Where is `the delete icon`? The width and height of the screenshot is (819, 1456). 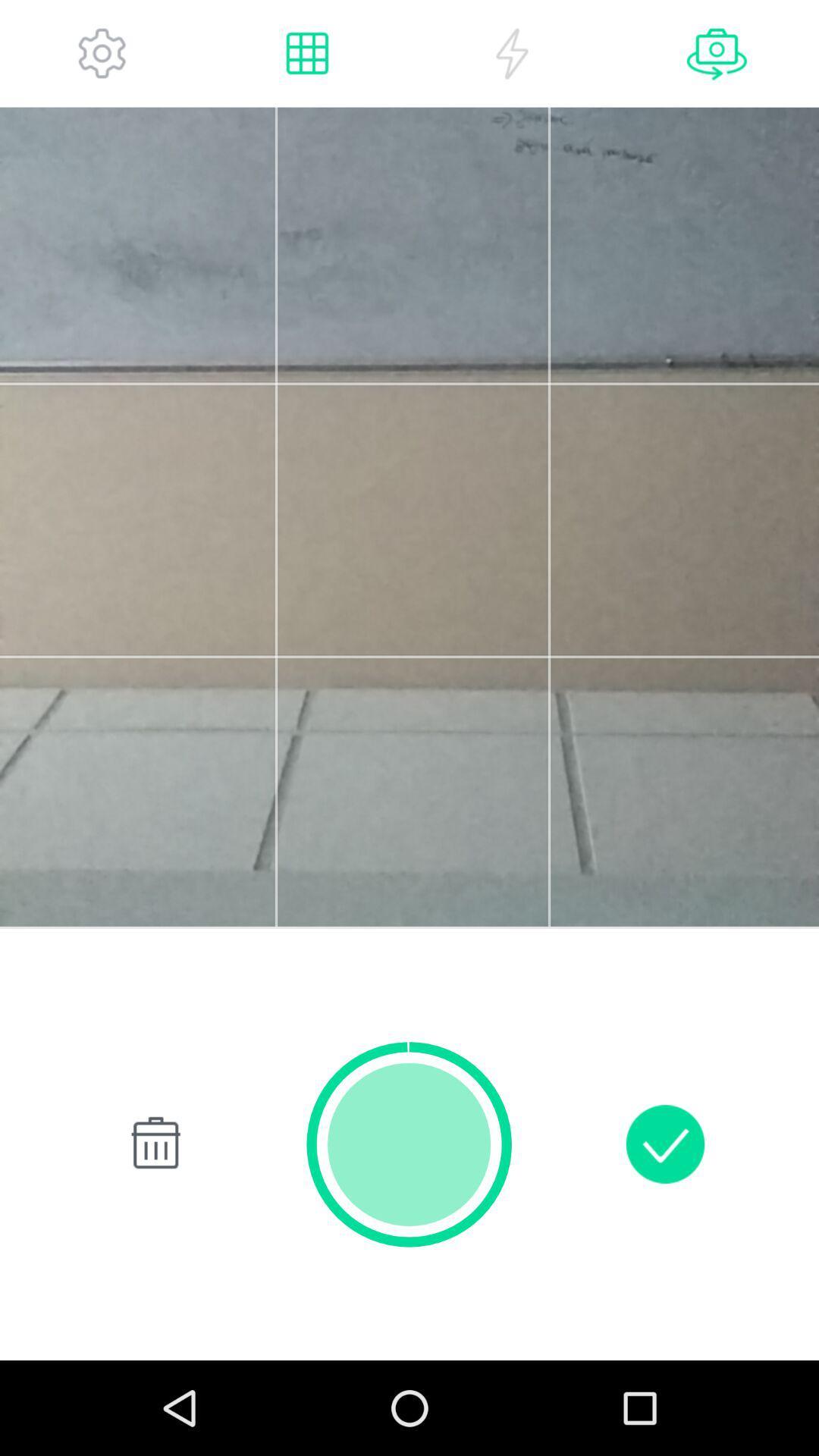
the delete icon is located at coordinates (152, 1224).